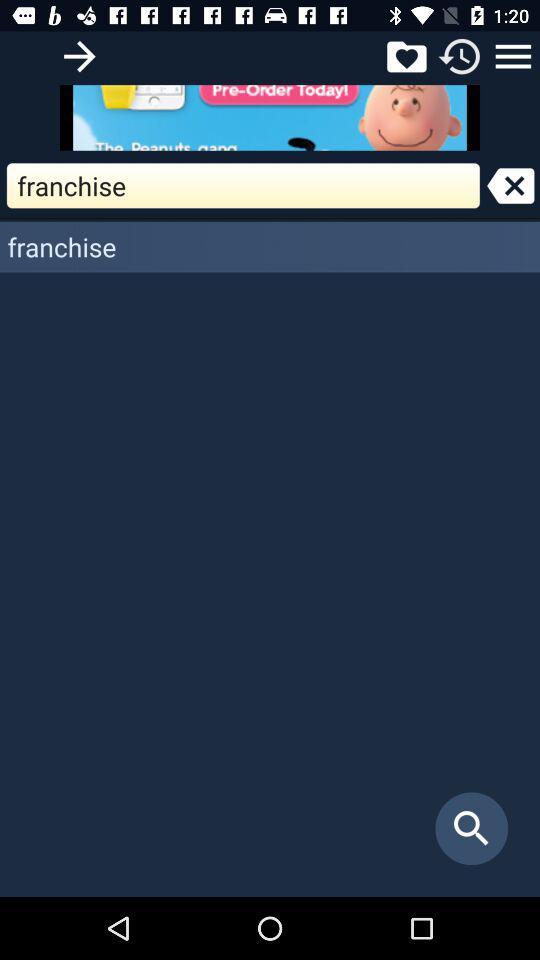  Describe the element at coordinates (270, 117) in the screenshot. I see `open advertisement` at that location.